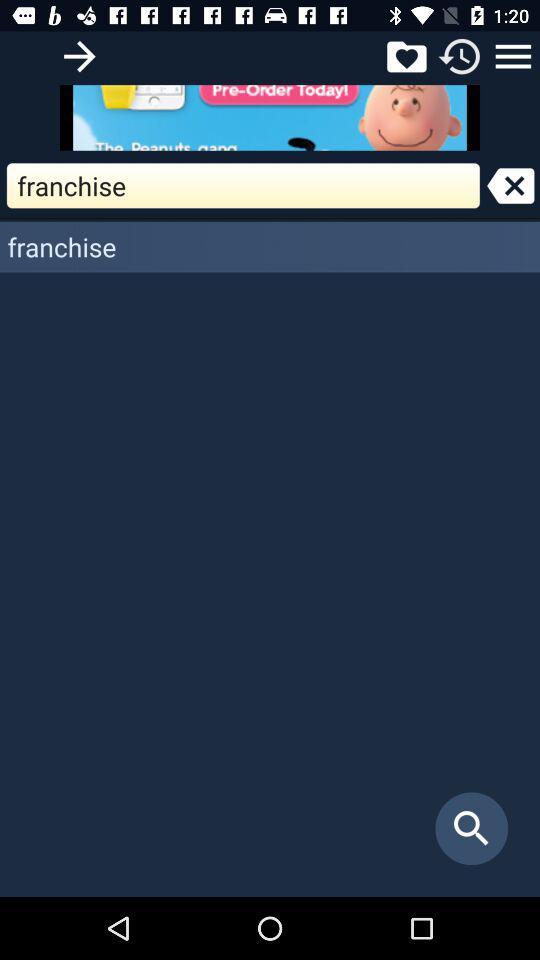  Describe the element at coordinates (270, 117) in the screenshot. I see `open advertisement` at that location.